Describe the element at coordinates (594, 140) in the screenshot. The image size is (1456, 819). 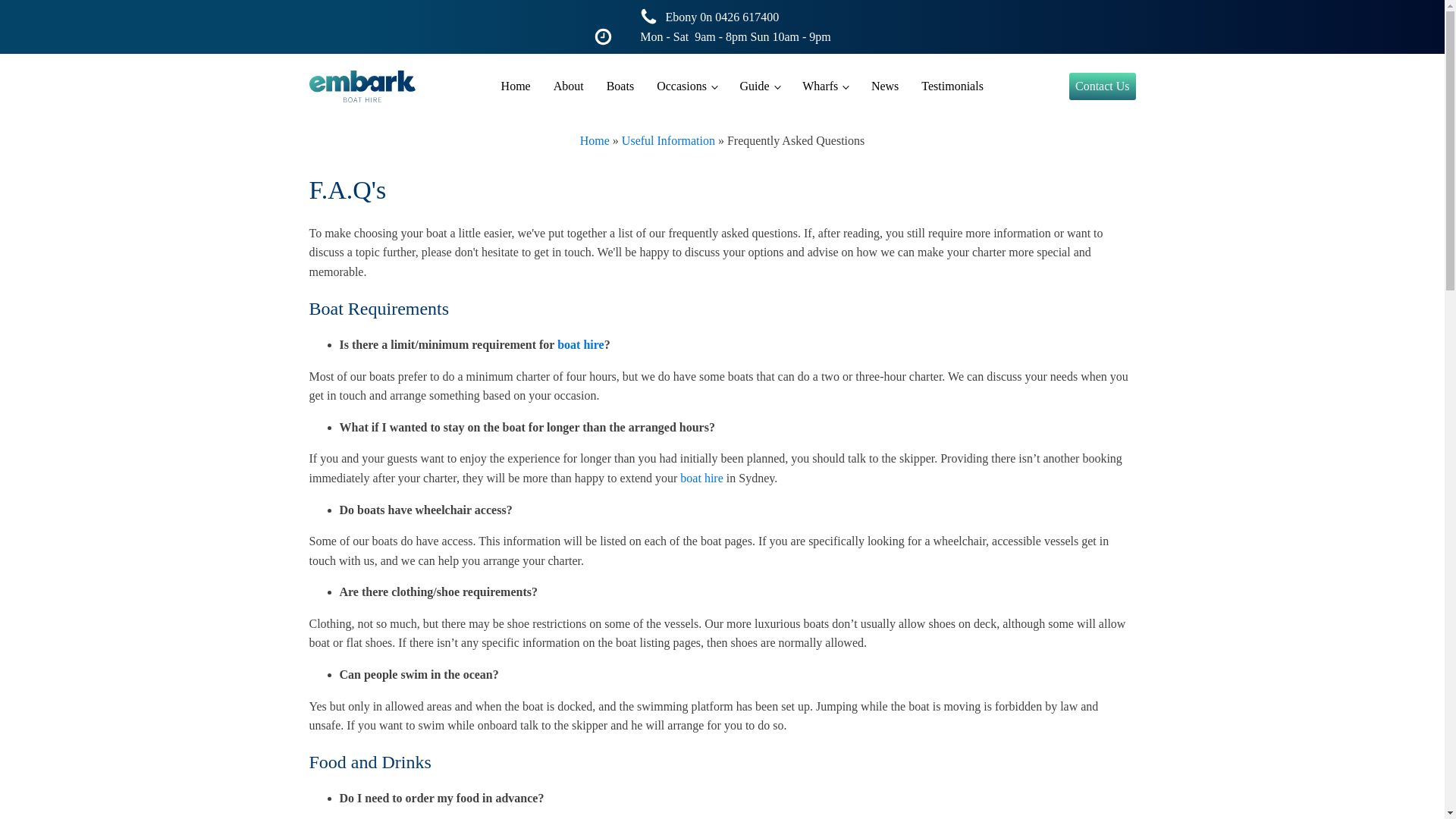
I see `'Home'` at that location.